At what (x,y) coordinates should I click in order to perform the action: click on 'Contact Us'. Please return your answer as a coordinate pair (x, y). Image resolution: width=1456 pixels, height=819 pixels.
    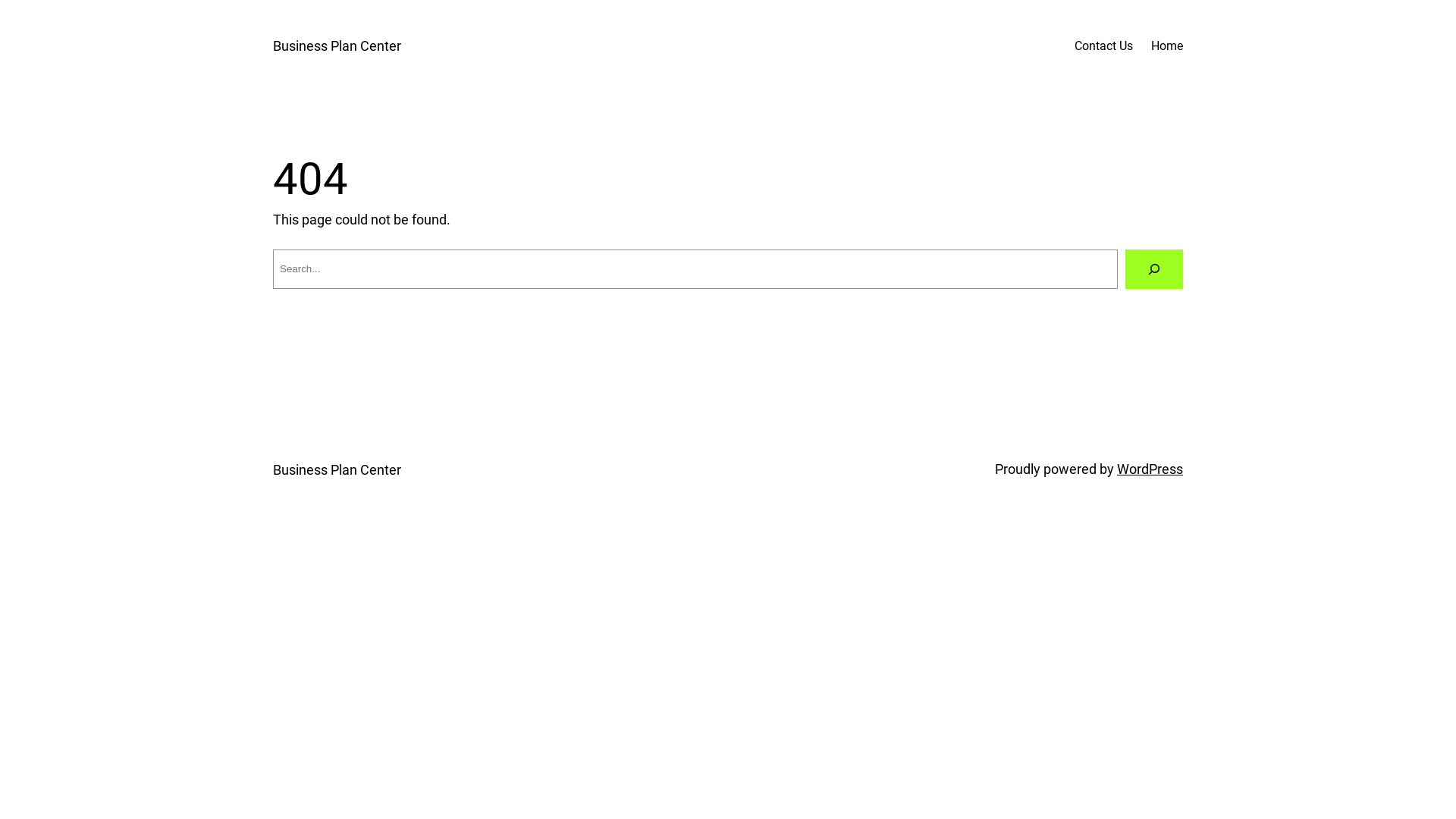
    Looking at the image, I should click on (1103, 45).